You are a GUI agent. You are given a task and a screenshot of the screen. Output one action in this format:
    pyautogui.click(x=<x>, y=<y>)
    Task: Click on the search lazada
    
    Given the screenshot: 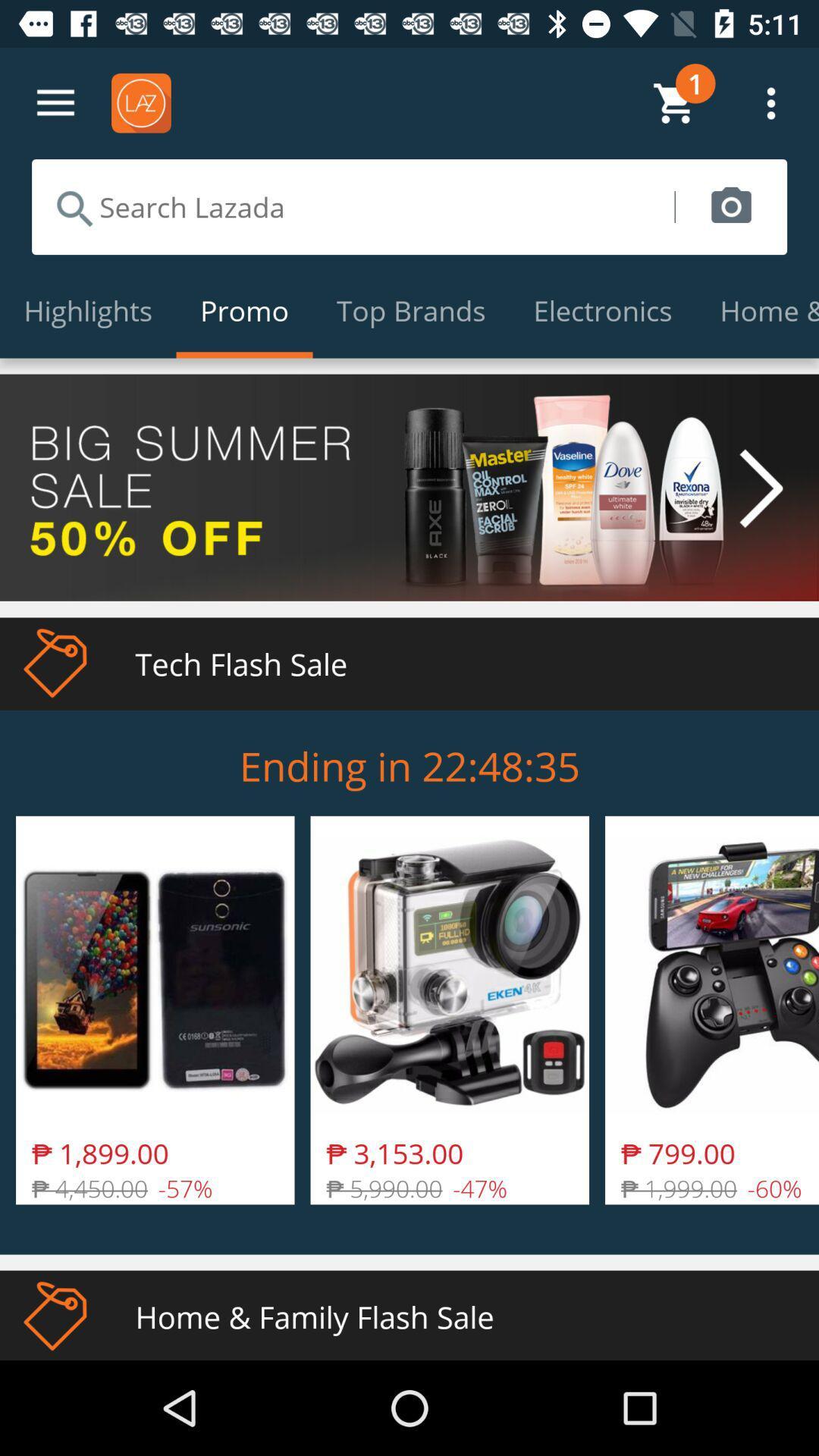 What is the action you would take?
    pyautogui.click(x=353, y=206)
    